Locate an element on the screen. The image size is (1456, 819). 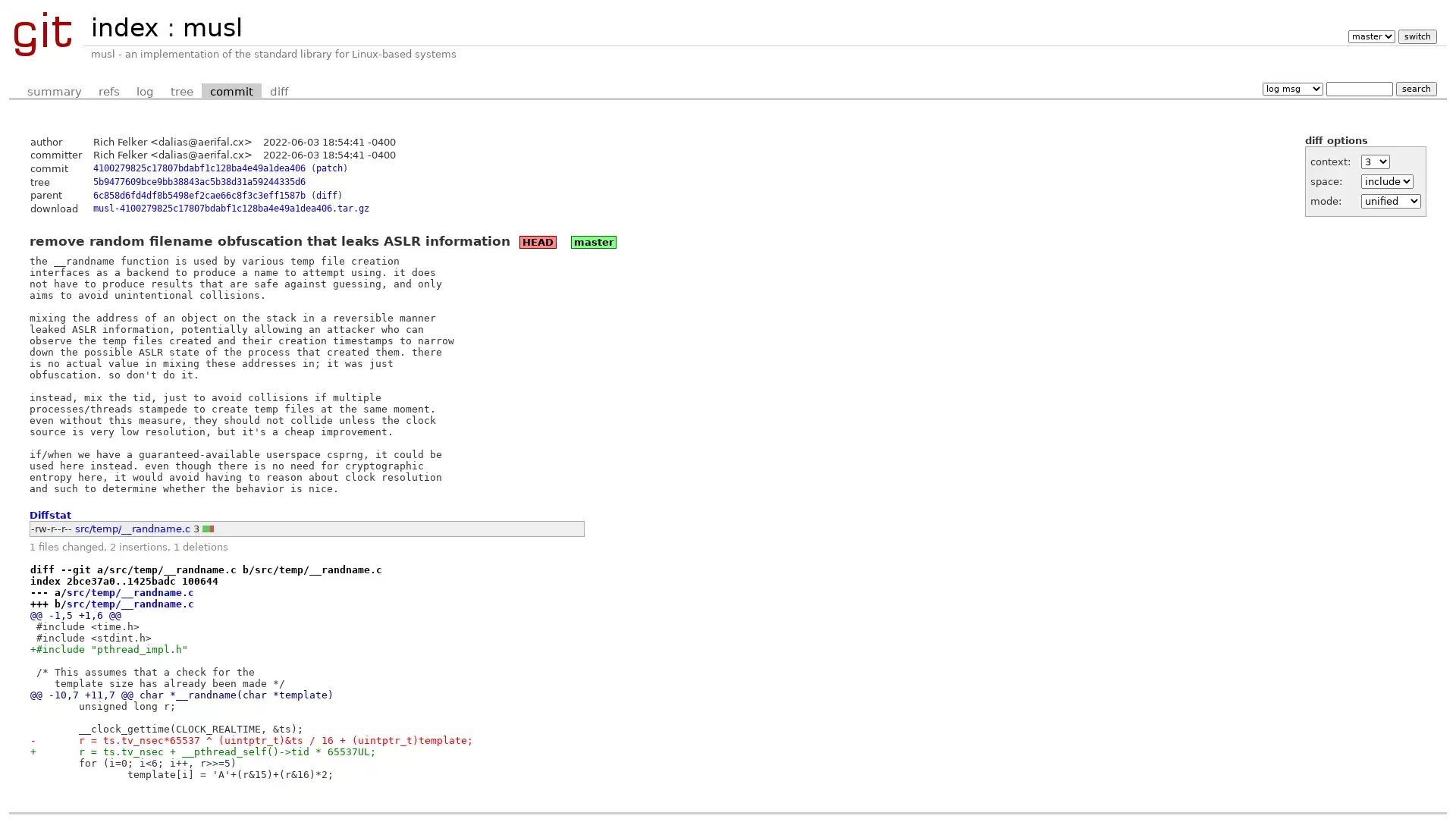
search is located at coordinates (1415, 88).